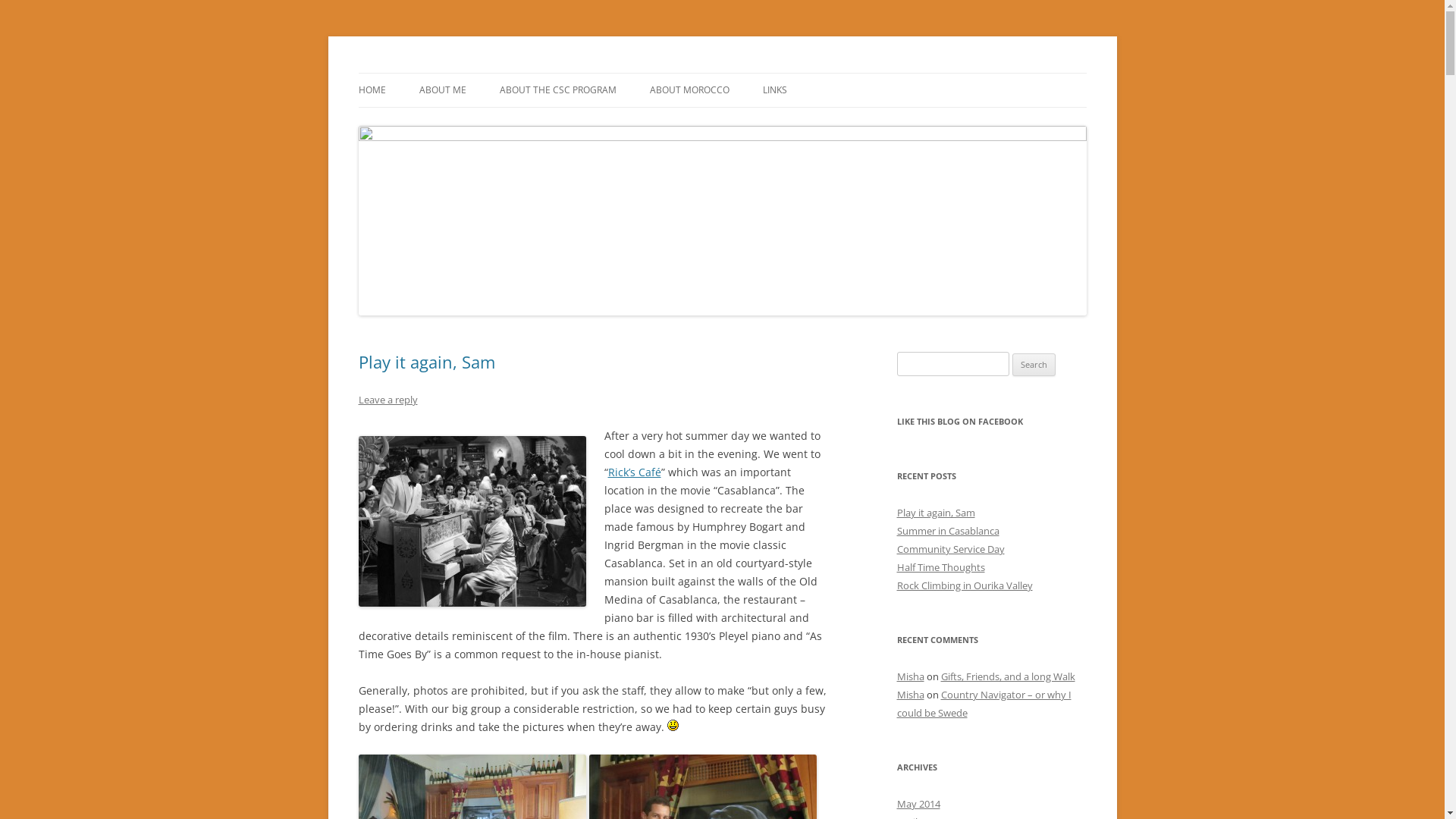  I want to click on 'Community Service Day', so click(949, 549).